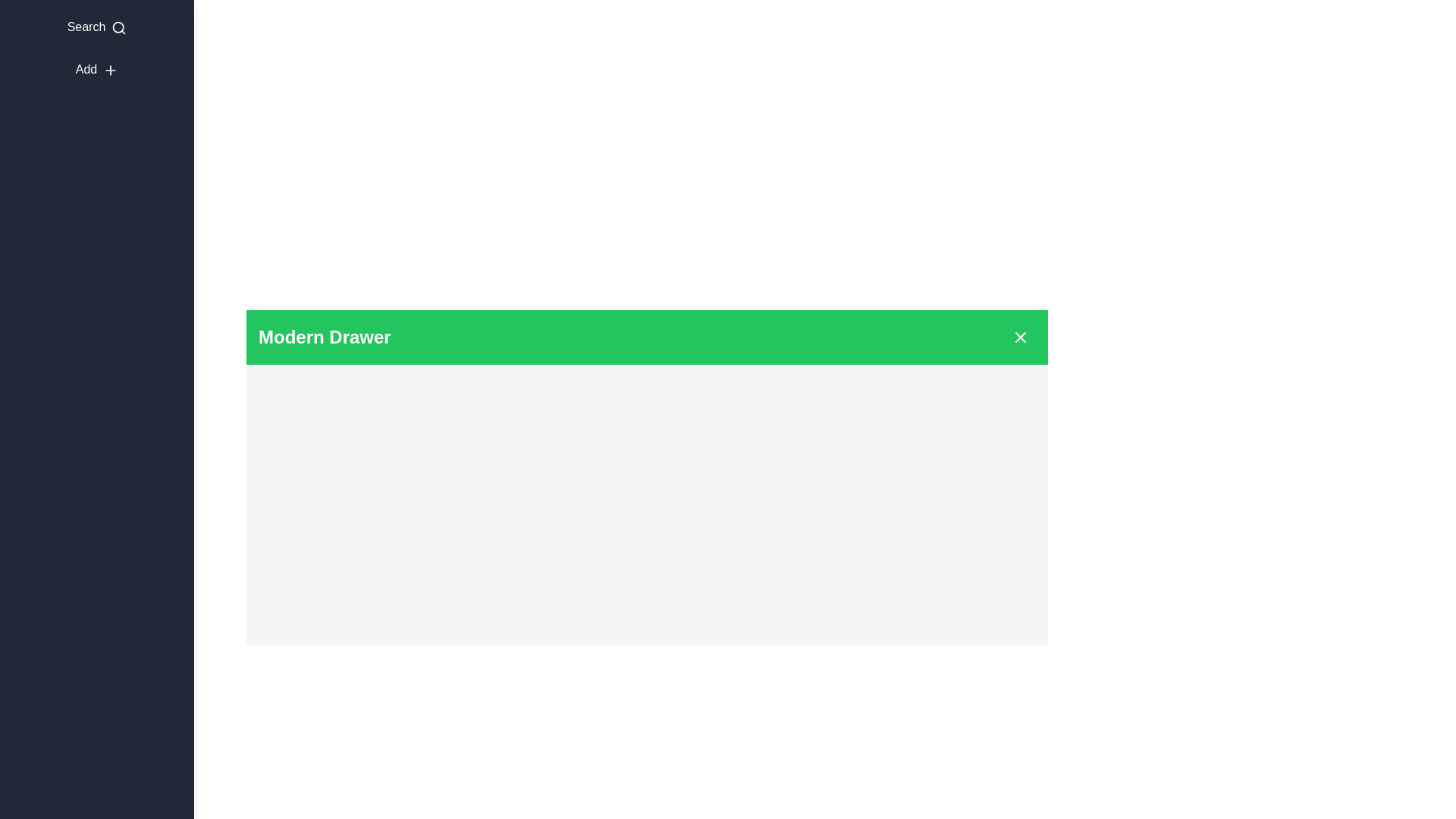 This screenshot has width=1456, height=819. Describe the element at coordinates (110, 70) in the screenshot. I see `the add icon located to the right of the 'Add' text in the left-hand vertical navigation bar` at that location.